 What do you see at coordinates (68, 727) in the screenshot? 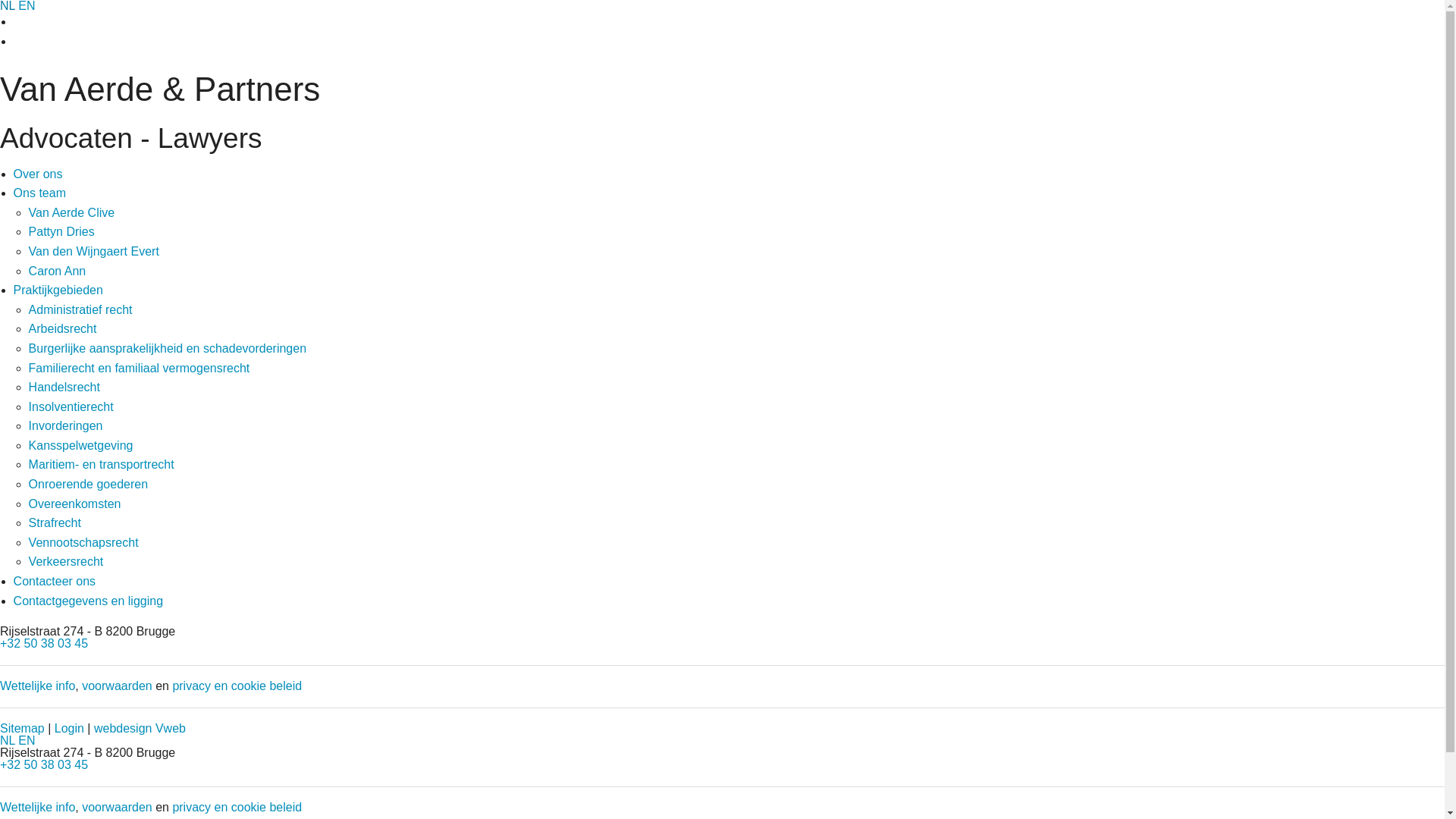
I see `'Login'` at bounding box center [68, 727].